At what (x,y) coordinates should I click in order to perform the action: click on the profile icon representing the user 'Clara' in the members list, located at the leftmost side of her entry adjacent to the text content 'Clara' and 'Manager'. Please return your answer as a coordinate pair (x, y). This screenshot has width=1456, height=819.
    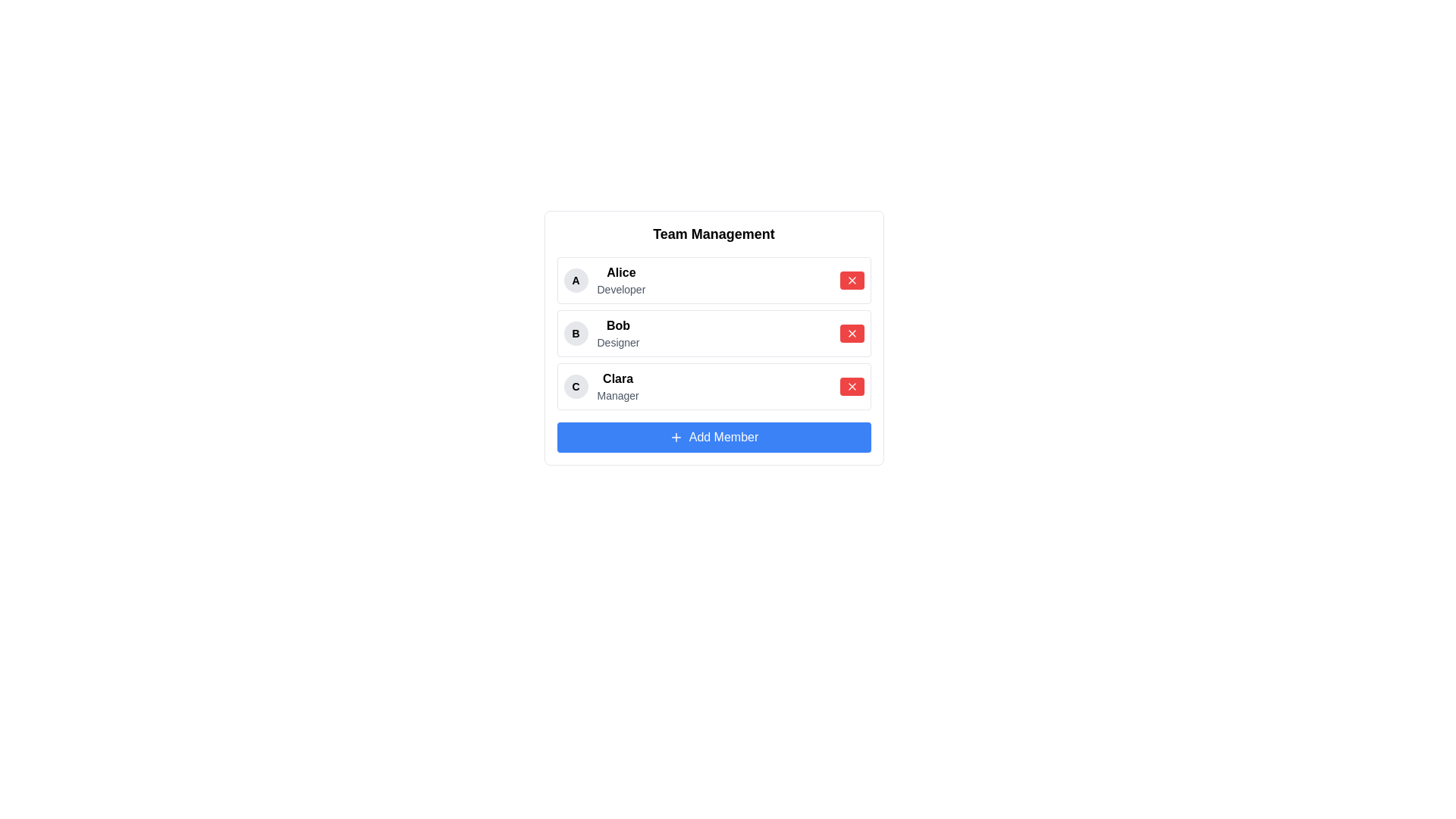
    Looking at the image, I should click on (575, 385).